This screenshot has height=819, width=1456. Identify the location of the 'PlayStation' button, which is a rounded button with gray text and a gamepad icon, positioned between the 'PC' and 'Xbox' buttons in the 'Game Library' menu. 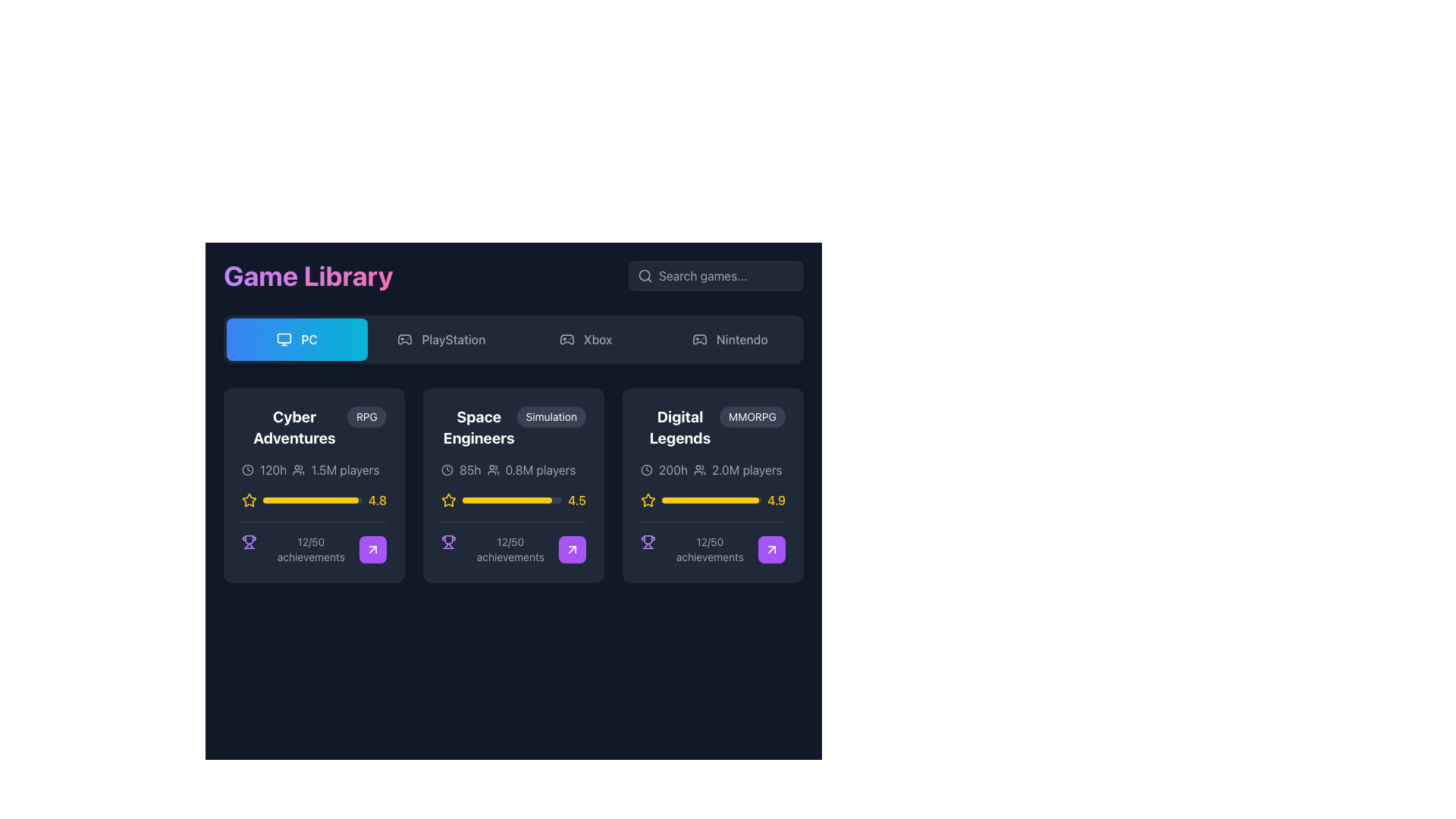
(441, 338).